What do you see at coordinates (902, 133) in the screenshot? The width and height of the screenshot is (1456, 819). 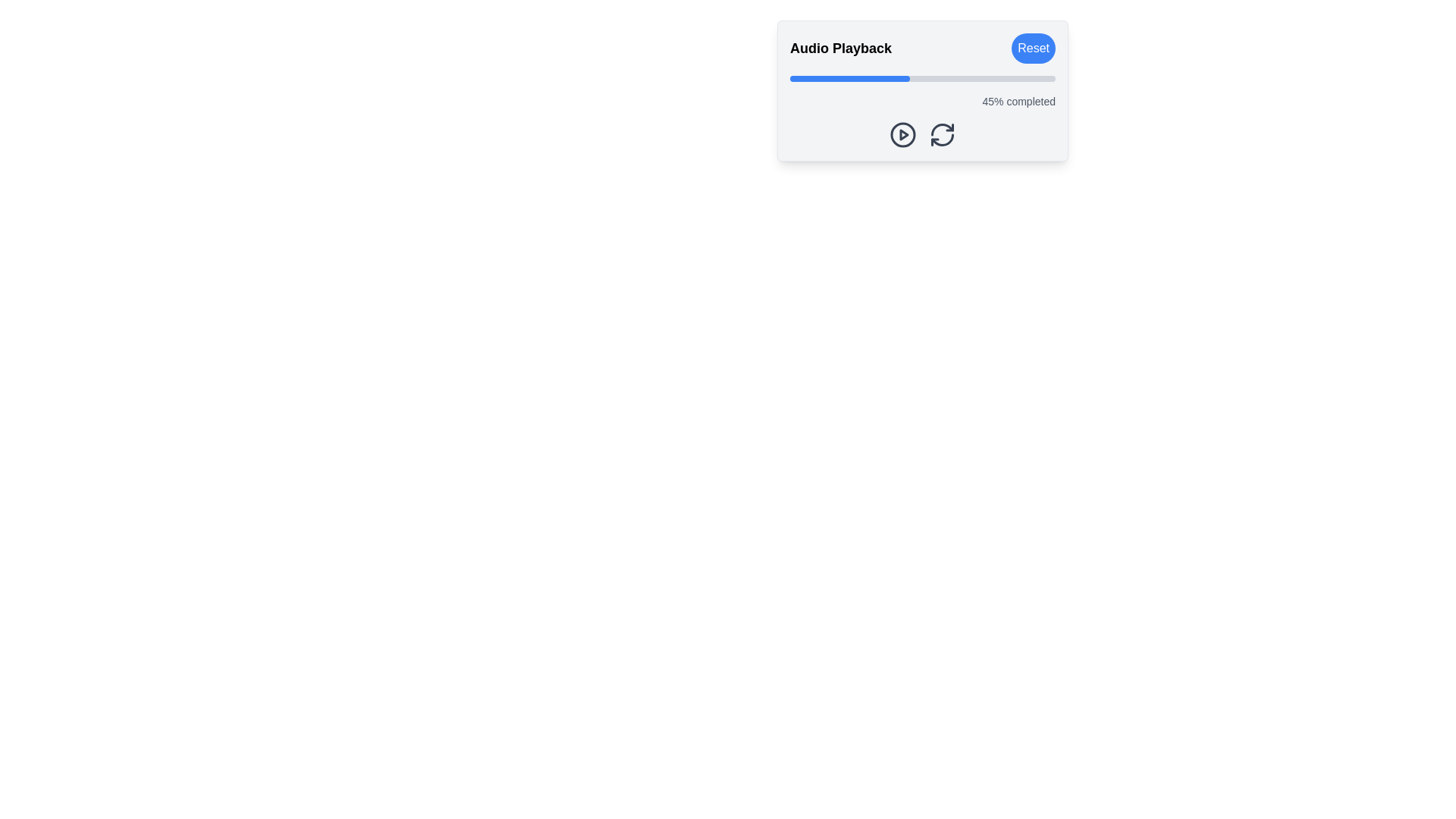 I see `the decorative circle element that serves as the outer boundary of the 'play' button located within the 'Audio Playback' control panel area` at bounding box center [902, 133].